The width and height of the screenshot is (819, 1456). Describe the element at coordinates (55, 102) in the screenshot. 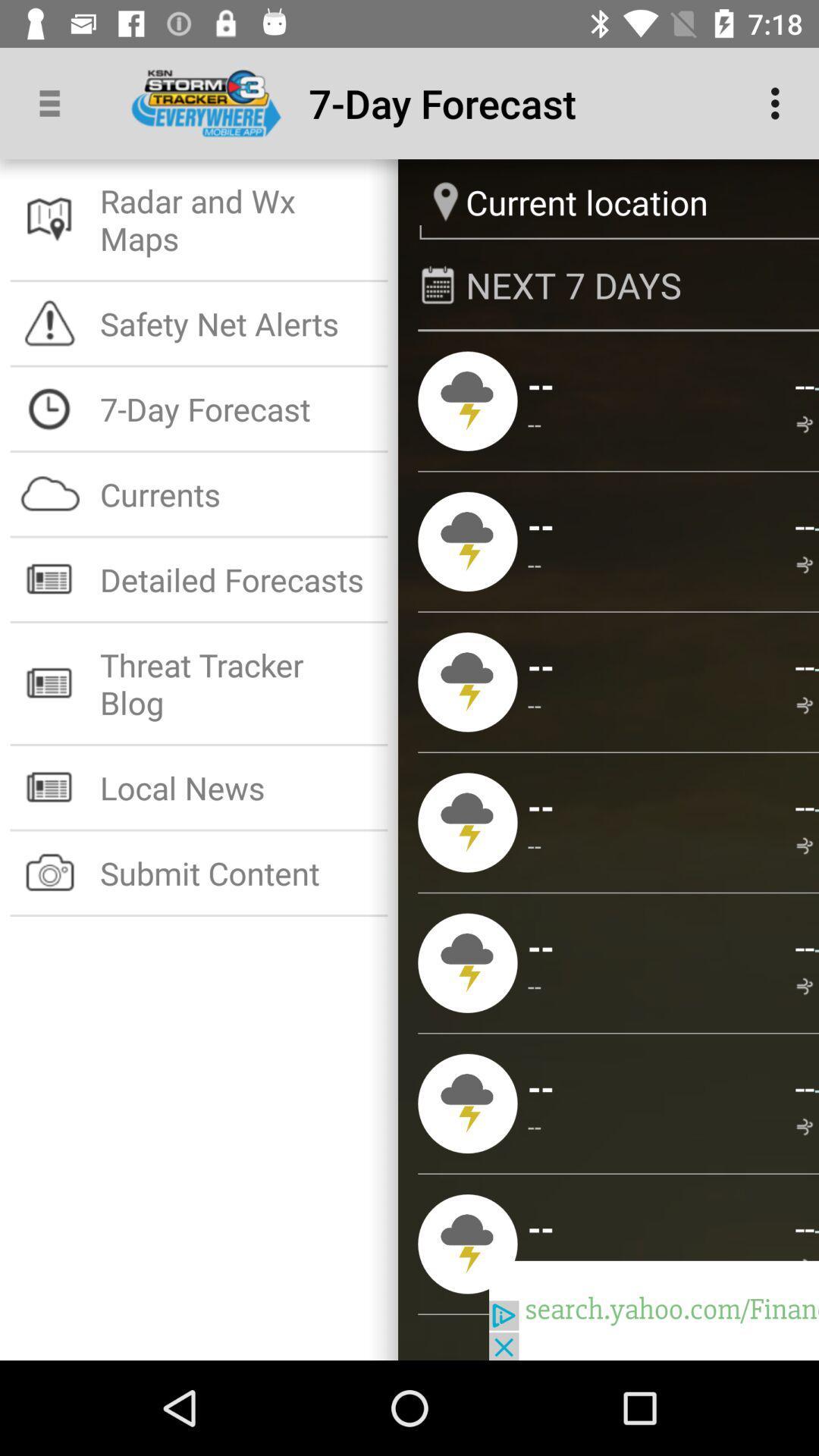

I see `app above the radar and wx app` at that location.